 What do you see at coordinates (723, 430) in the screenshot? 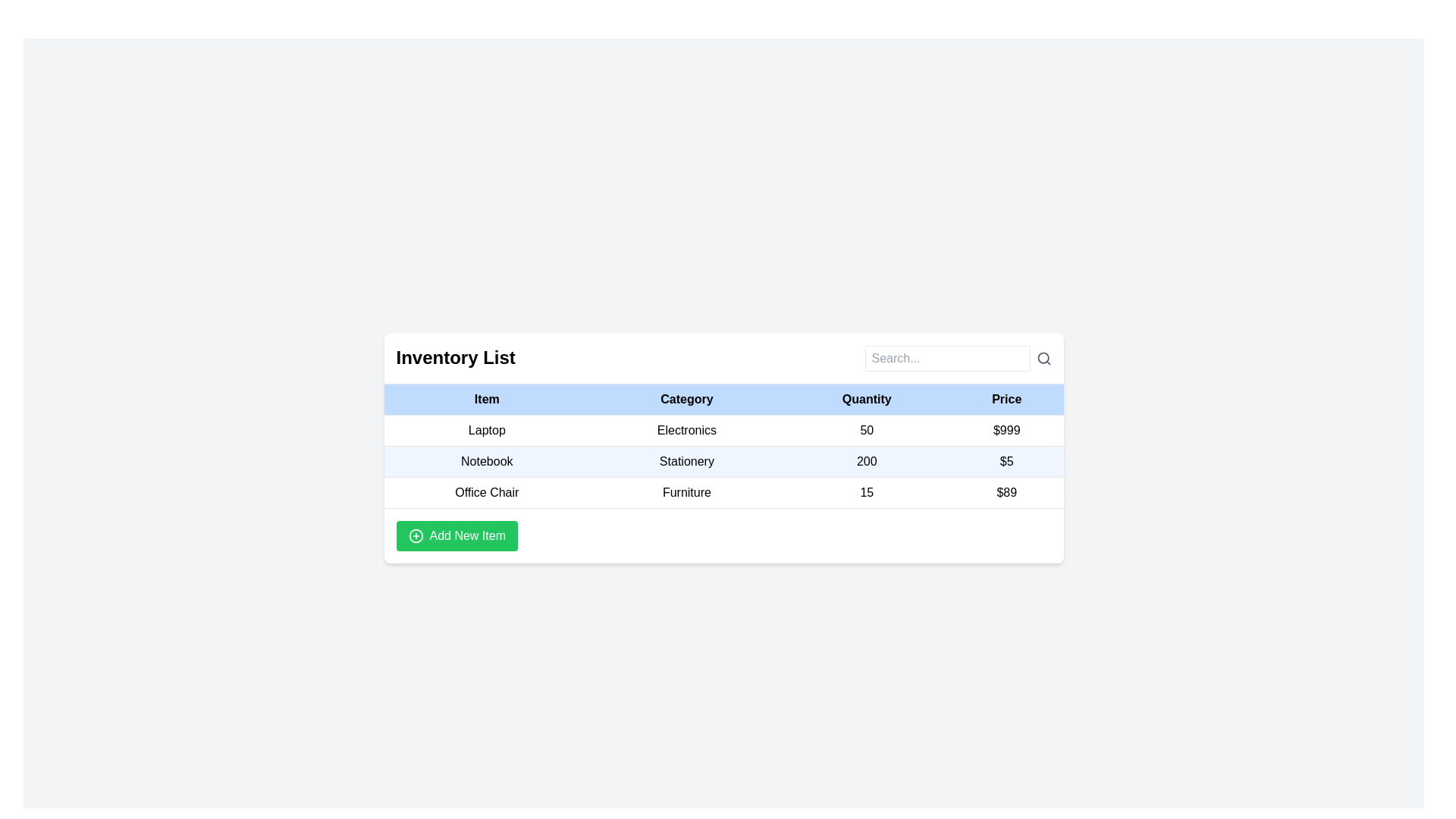
I see `the first row in the inventory list table displaying 'Laptop' in the item column, 'Electronics' in the category column, '50' in the quantity column, and '$999' in the price column` at bounding box center [723, 430].